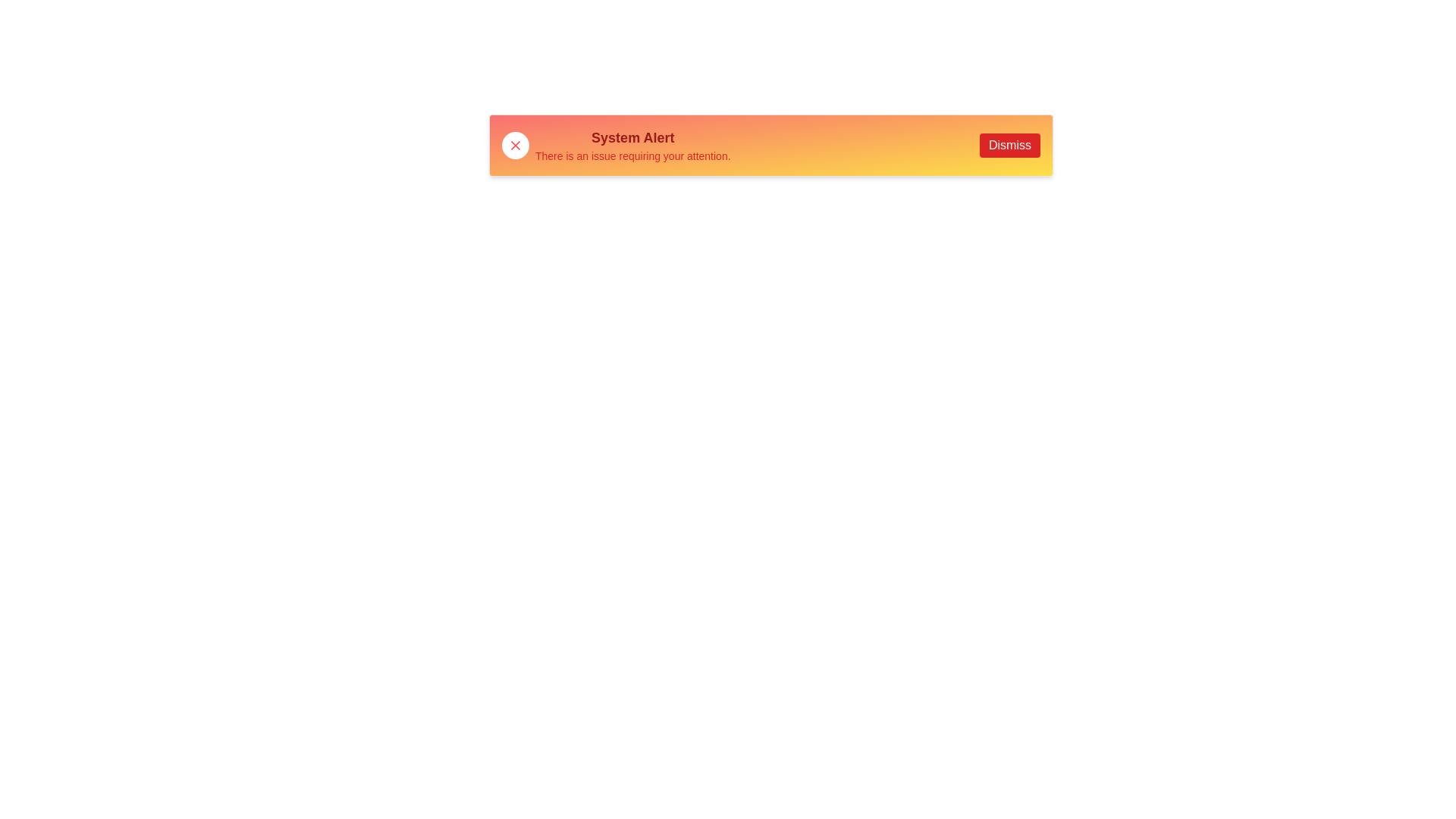  Describe the element at coordinates (632, 137) in the screenshot. I see `the alert box title label, which is centrally located above the smaller text message` at that location.